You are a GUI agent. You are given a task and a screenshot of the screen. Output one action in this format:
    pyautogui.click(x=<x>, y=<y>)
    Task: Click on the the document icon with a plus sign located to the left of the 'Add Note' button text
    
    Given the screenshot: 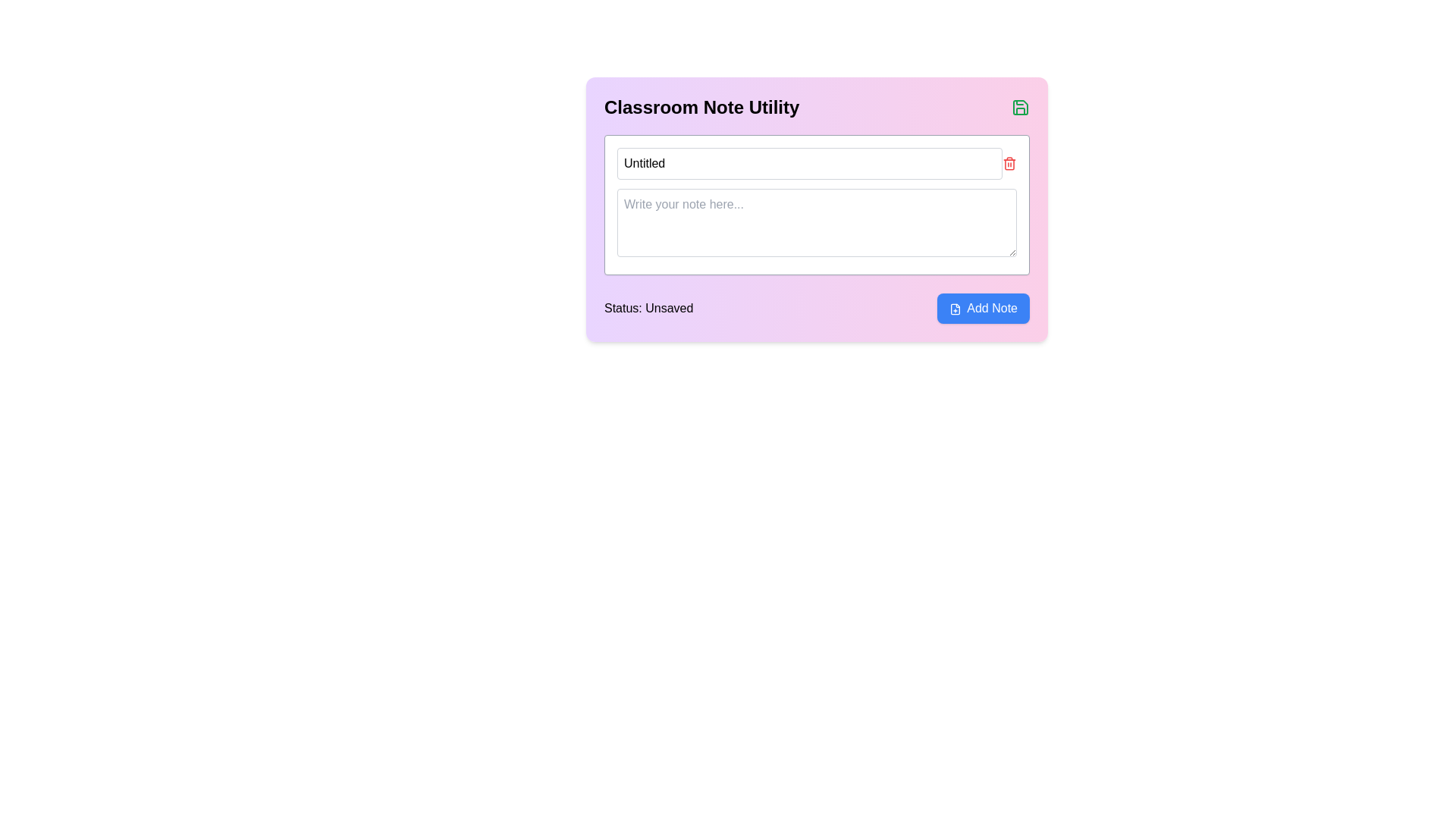 What is the action you would take?
    pyautogui.click(x=954, y=308)
    